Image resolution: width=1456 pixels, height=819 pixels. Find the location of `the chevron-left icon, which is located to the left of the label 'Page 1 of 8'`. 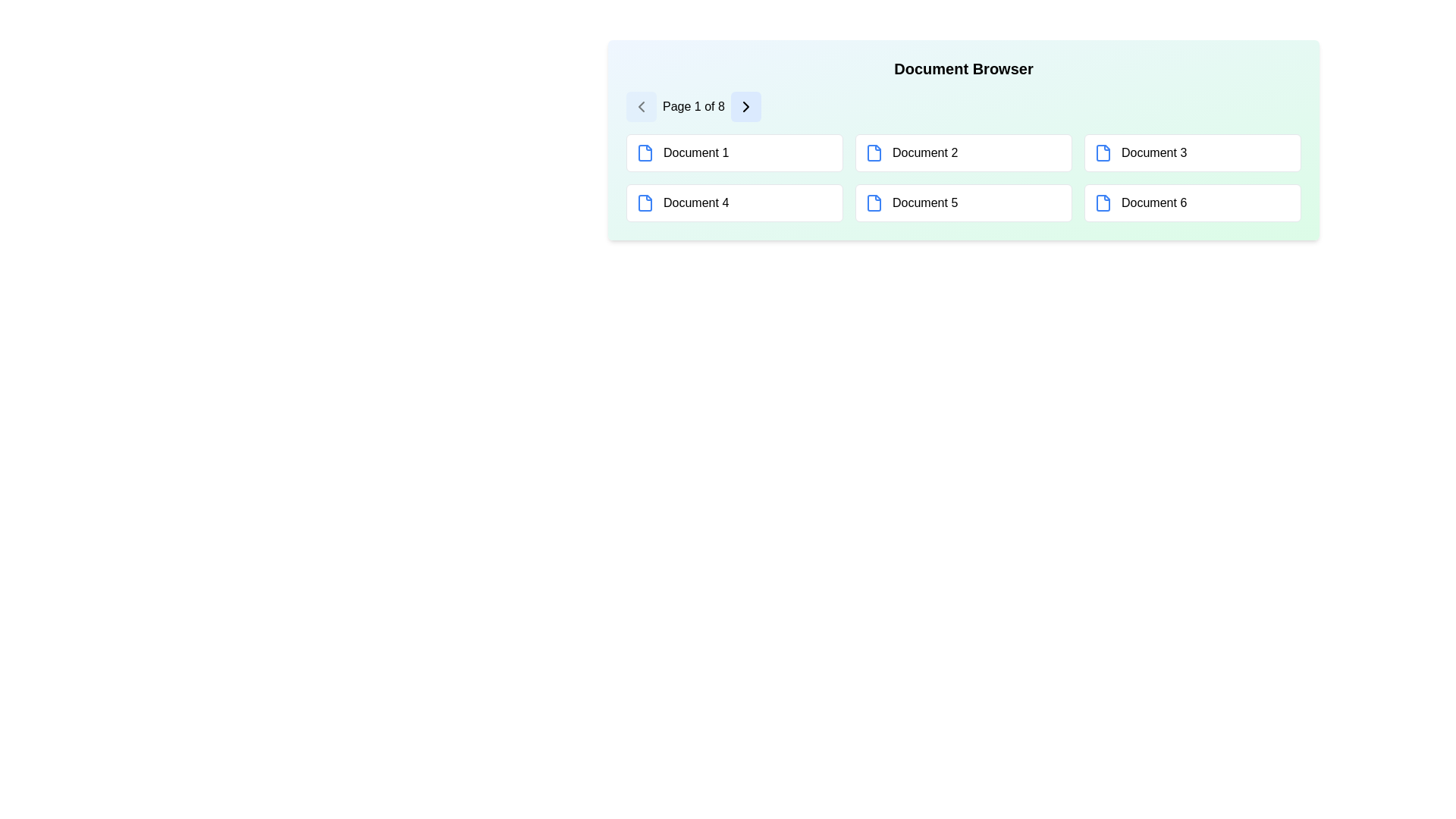

the chevron-left icon, which is located to the left of the label 'Page 1 of 8' is located at coordinates (641, 106).